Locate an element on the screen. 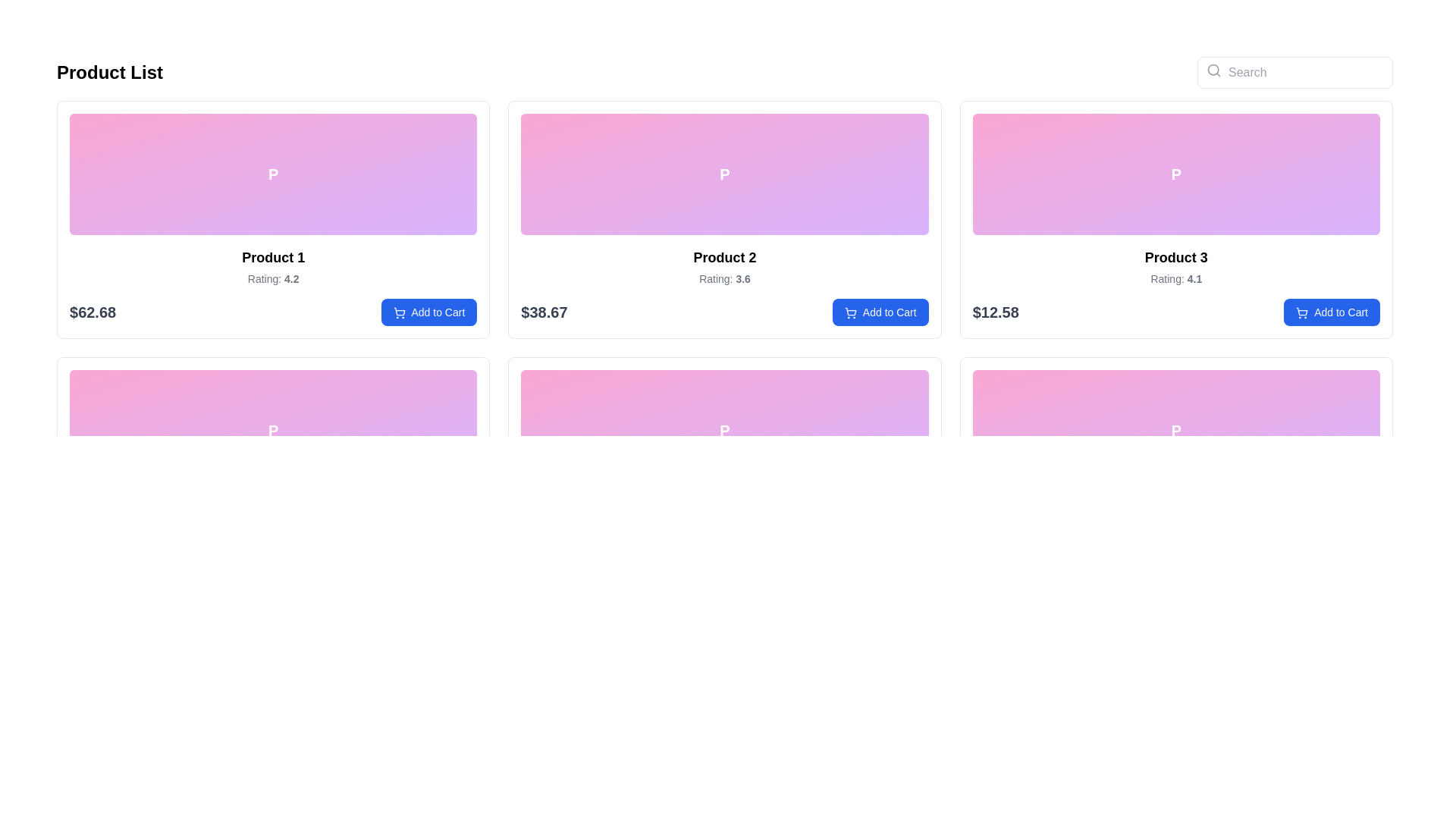 The width and height of the screenshot is (1456, 819). product information displayed in the Composite UI element located at the top-left corner of the grid, which includes the product name, rating, and price is located at coordinates (273, 219).